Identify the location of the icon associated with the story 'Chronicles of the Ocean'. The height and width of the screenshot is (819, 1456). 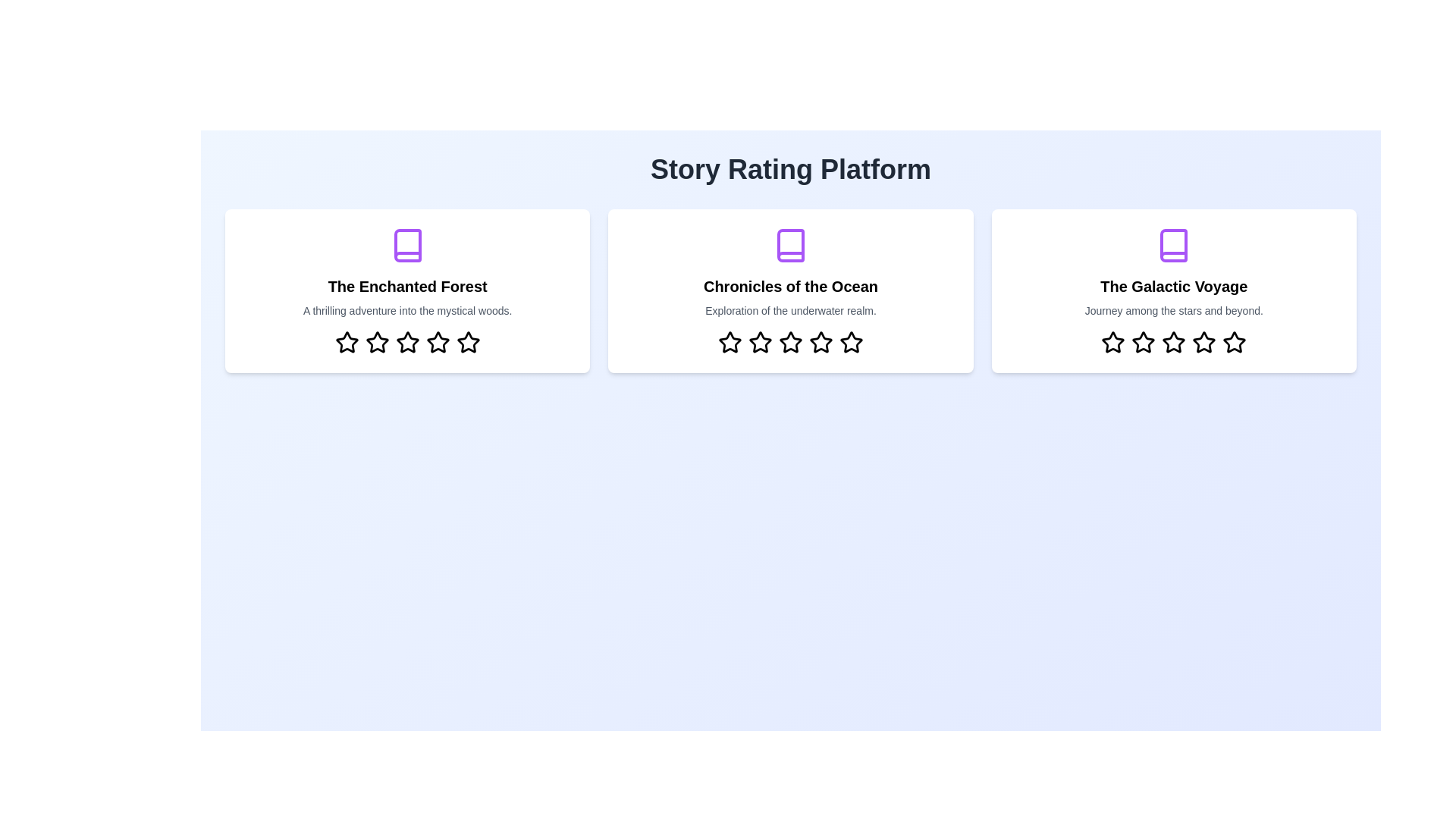
(789, 245).